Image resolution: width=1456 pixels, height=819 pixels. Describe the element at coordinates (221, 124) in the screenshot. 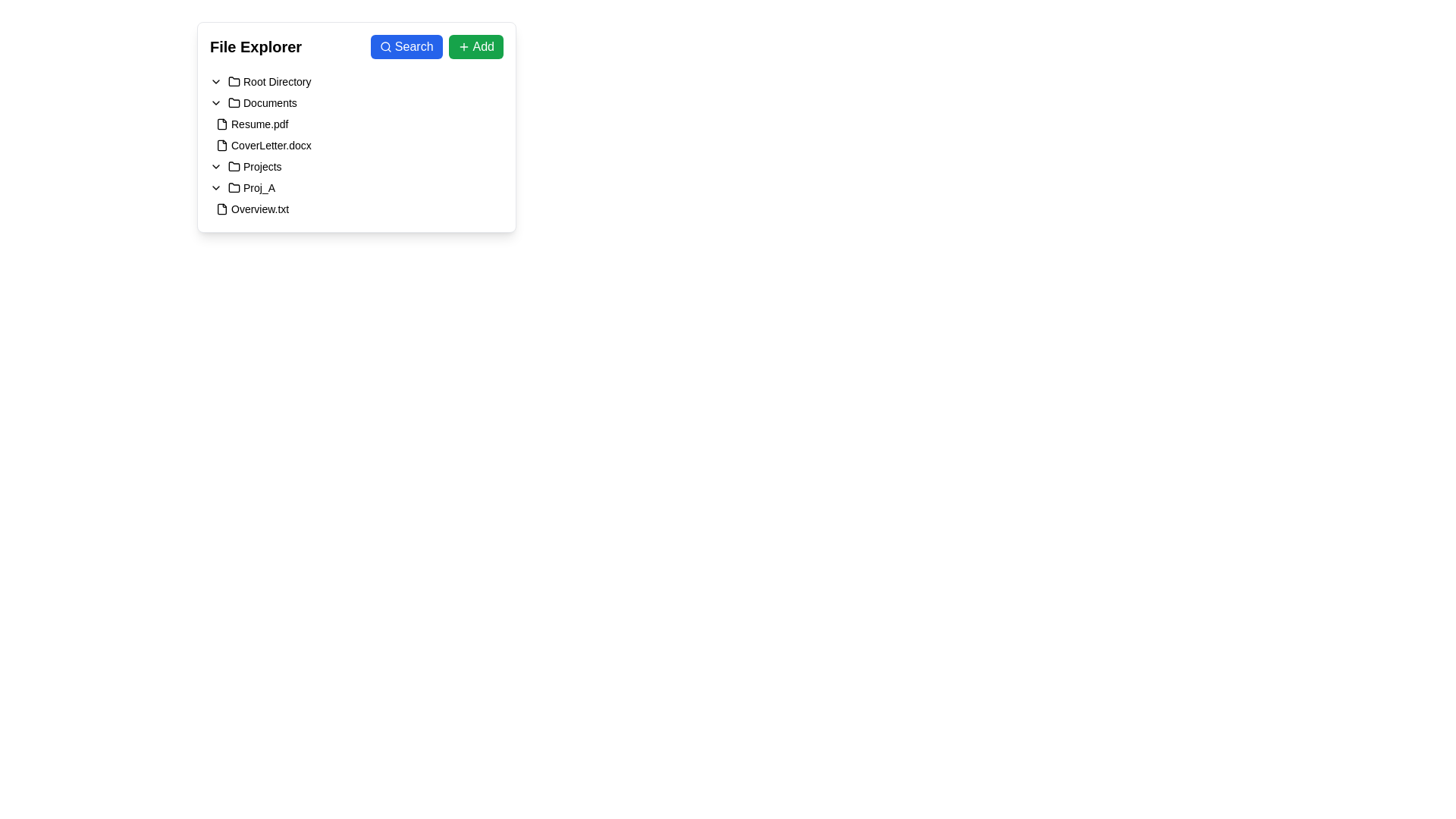

I see `the 'Resume.pdf' file icon in the file explorer, which visually depicts the file as a distinct item` at that location.